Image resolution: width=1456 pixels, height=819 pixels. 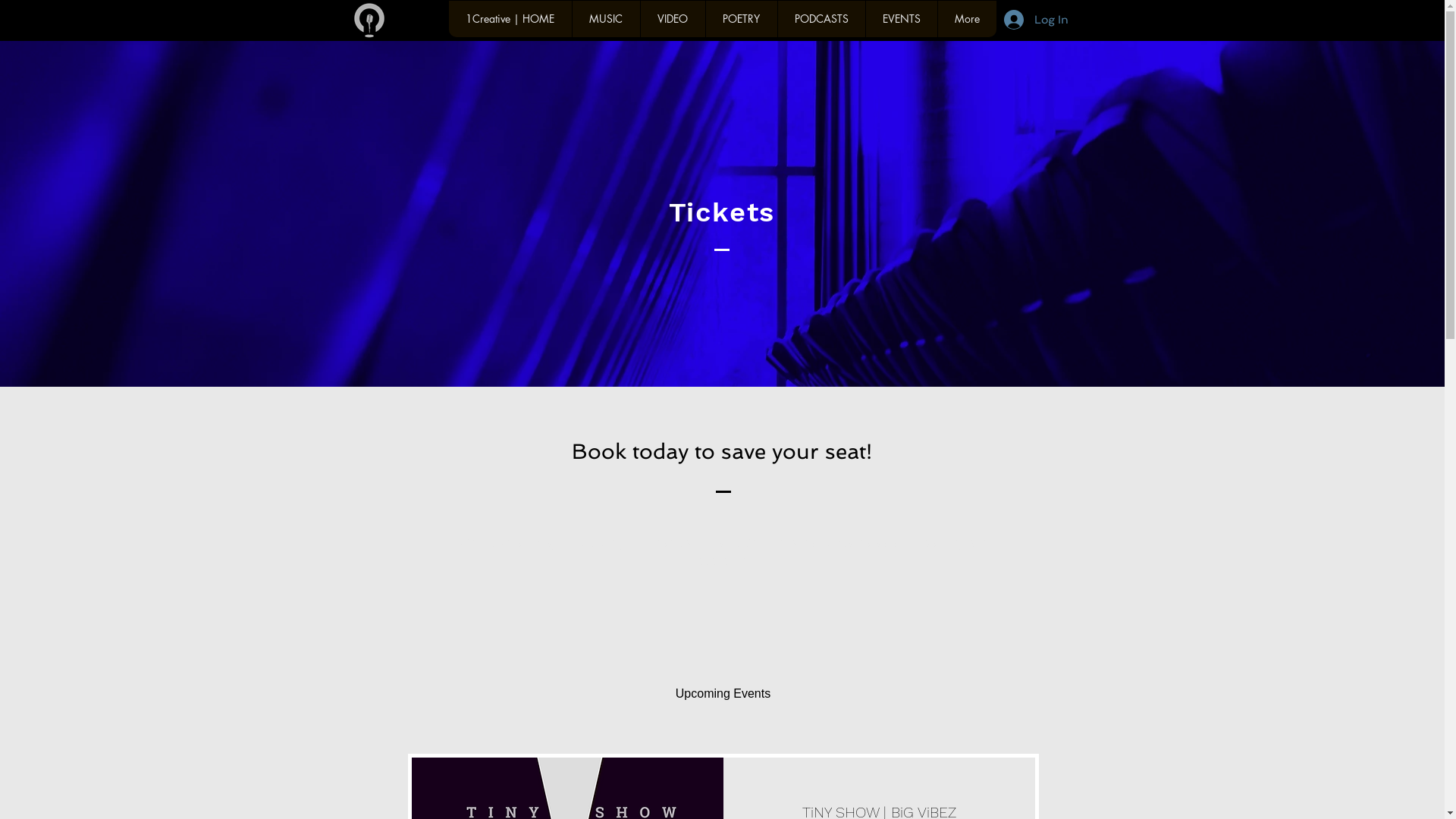 I want to click on 'VIDEO', so click(x=672, y=18).